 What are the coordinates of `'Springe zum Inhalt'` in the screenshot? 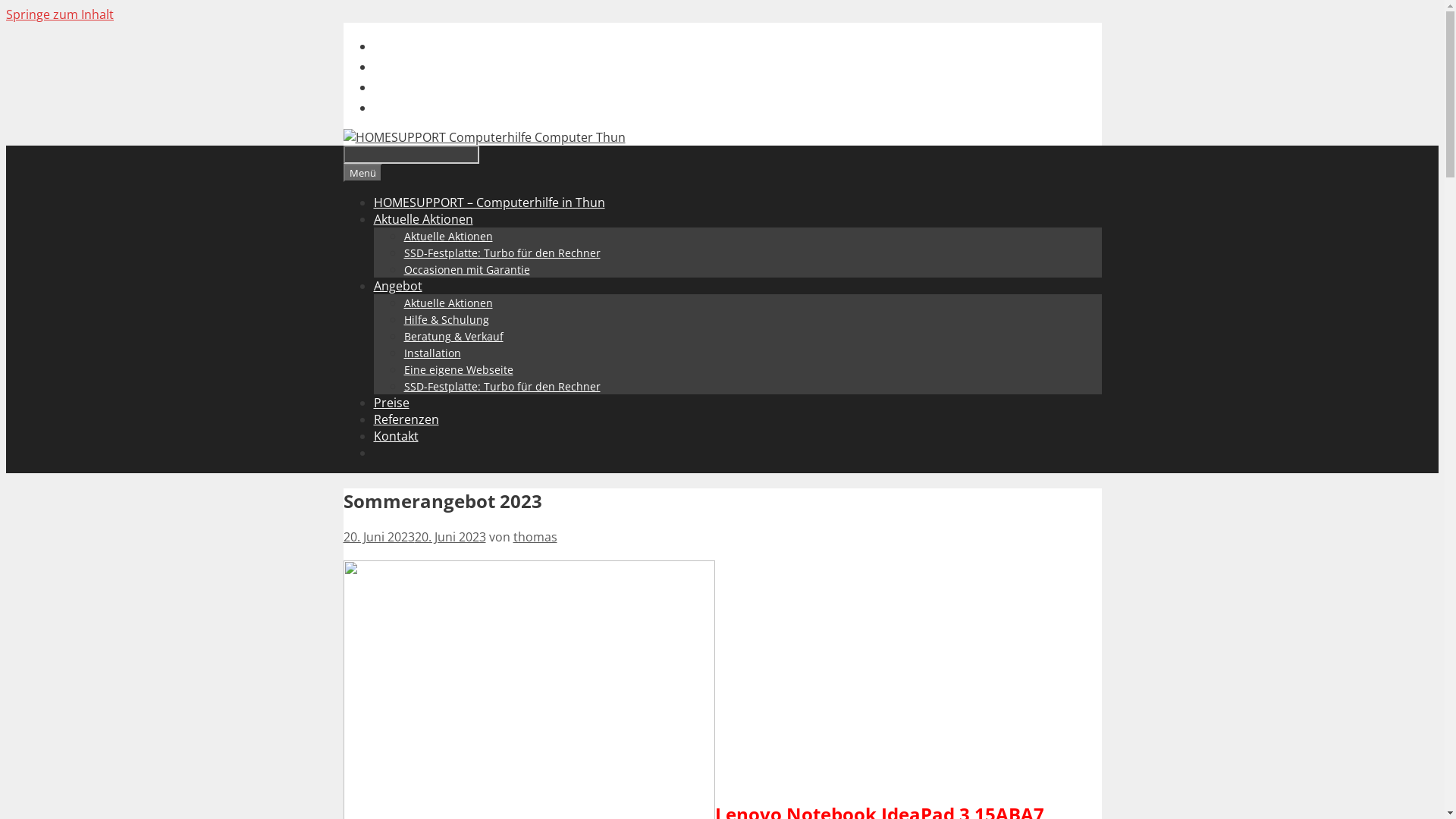 It's located at (59, 14).